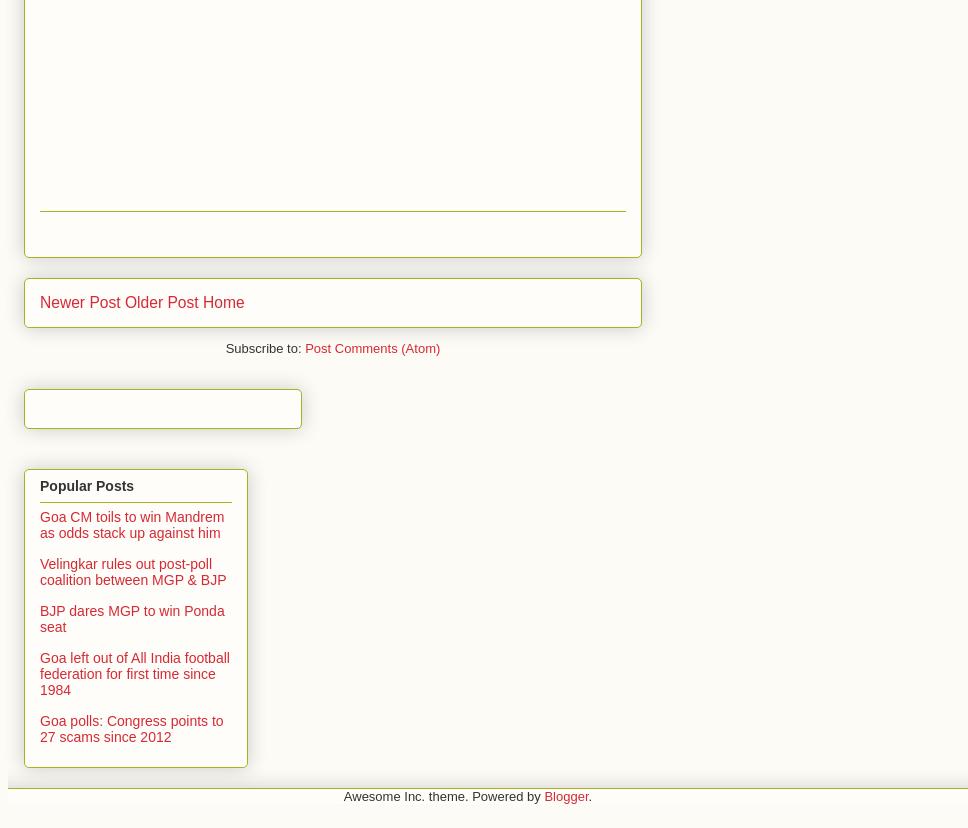 The image size is (968, 828). I want to click on 'Newer Post', so click(39, 301).